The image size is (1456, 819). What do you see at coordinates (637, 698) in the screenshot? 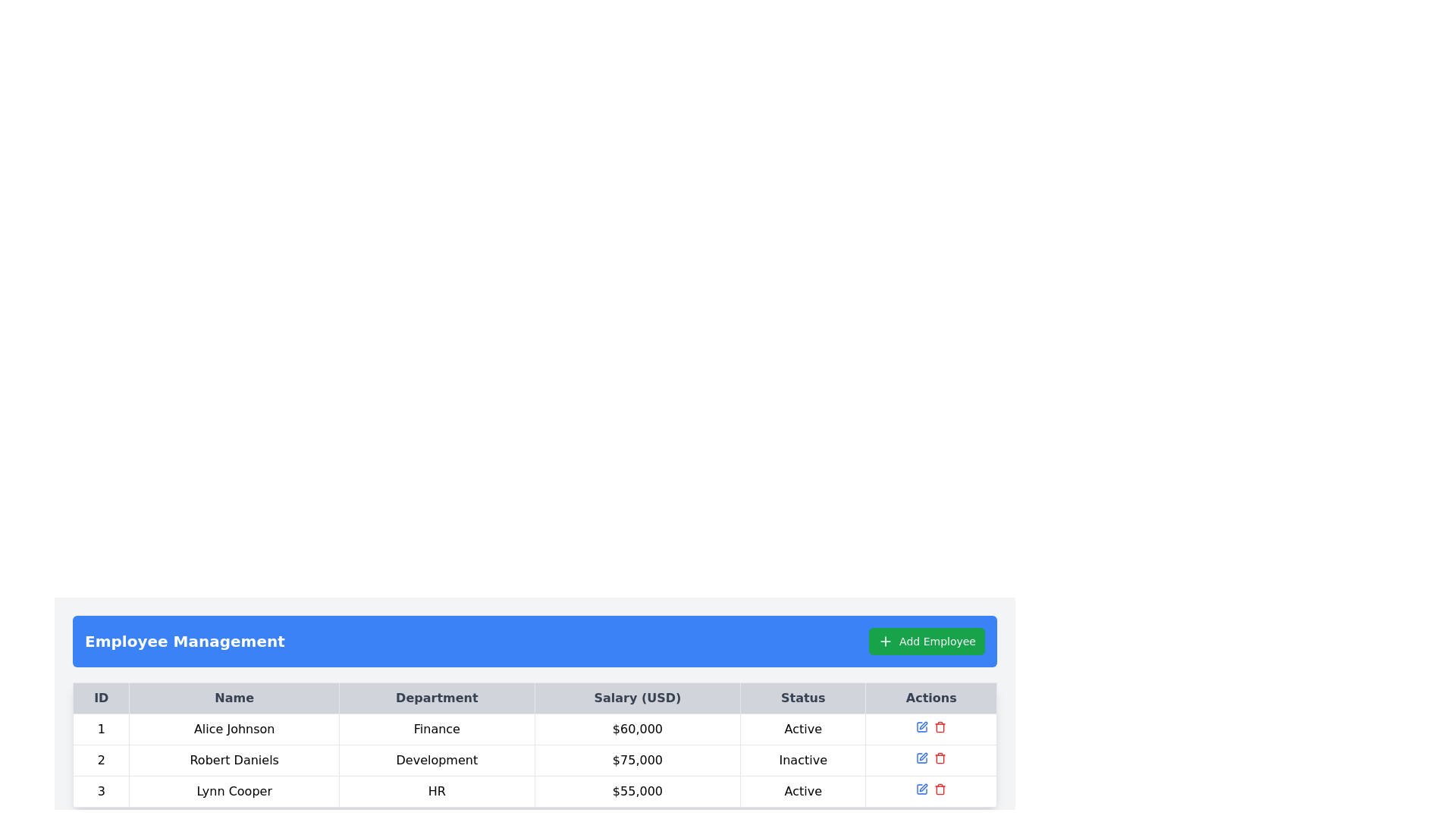
I see `the 'Salary (USD)' text label in the fourth column of the table header, which has a light gray background and centered black font` at bounding box center [637, 698].